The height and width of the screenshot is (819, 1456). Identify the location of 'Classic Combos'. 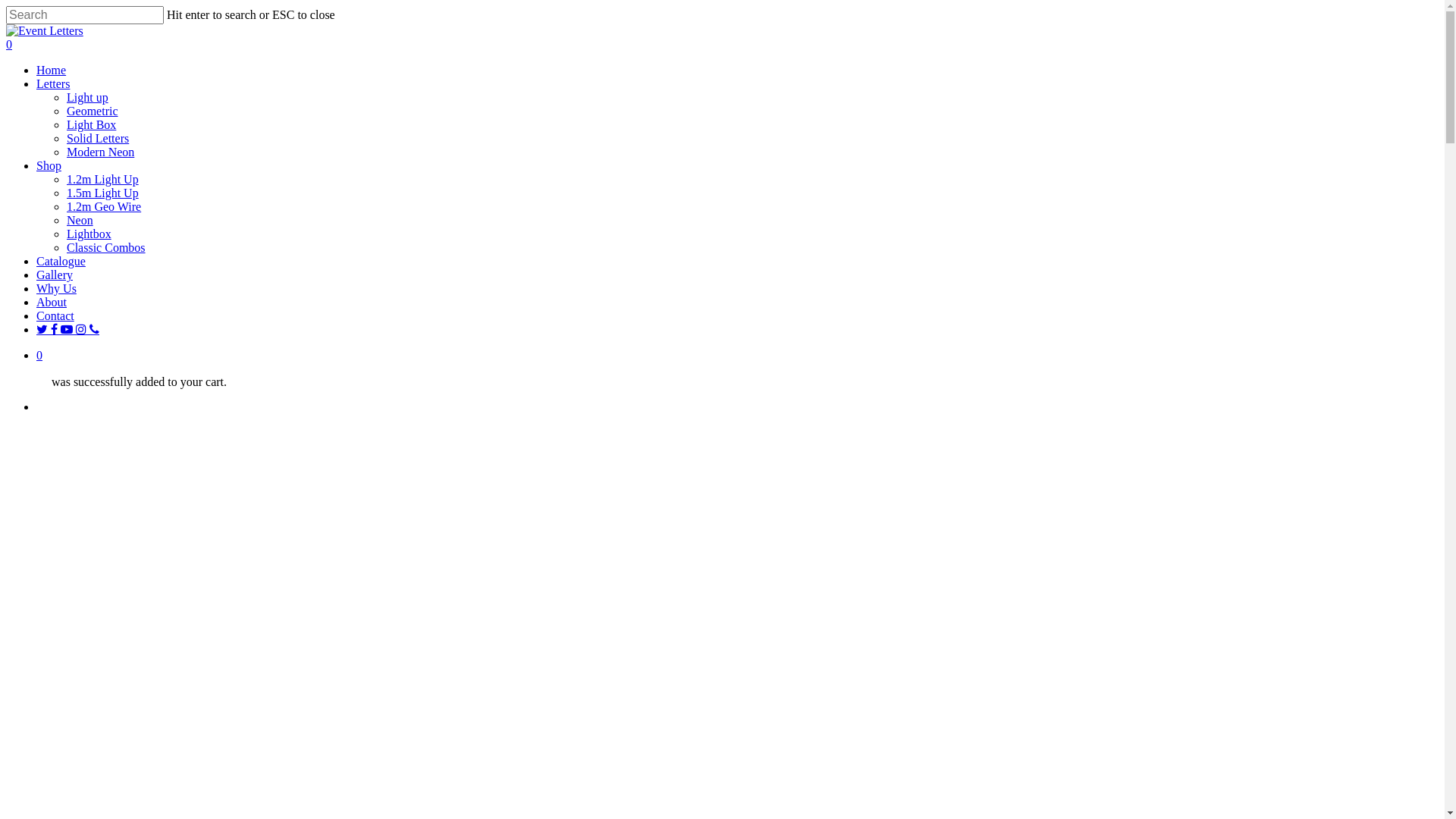
(65, 246).